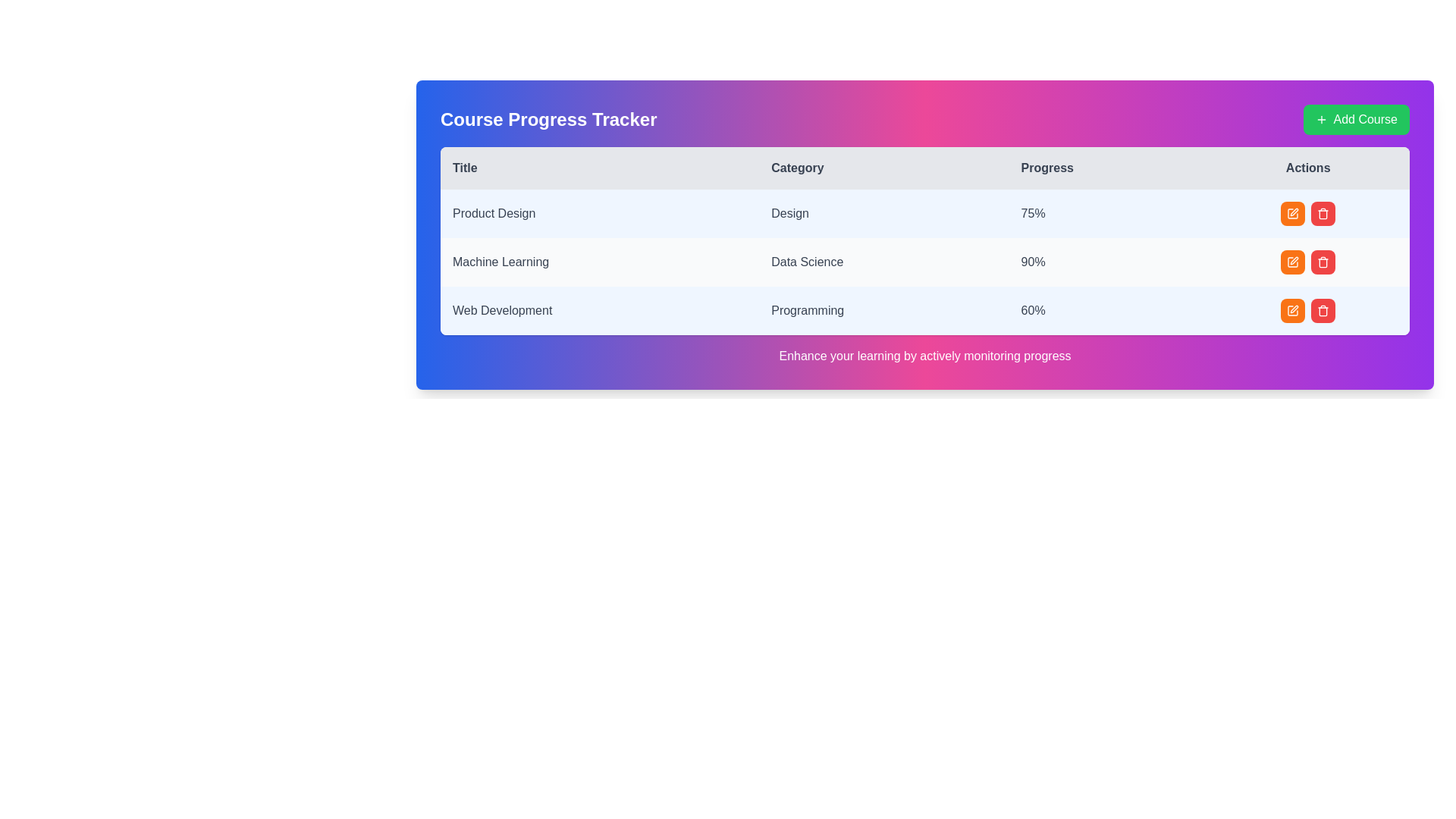 The image size is (1456, 819). Describe the element at coordinates (1323, 213) in the screenshot. I see `the delete button located in the 'Actions' column for the 'Product Design' course` at that location.